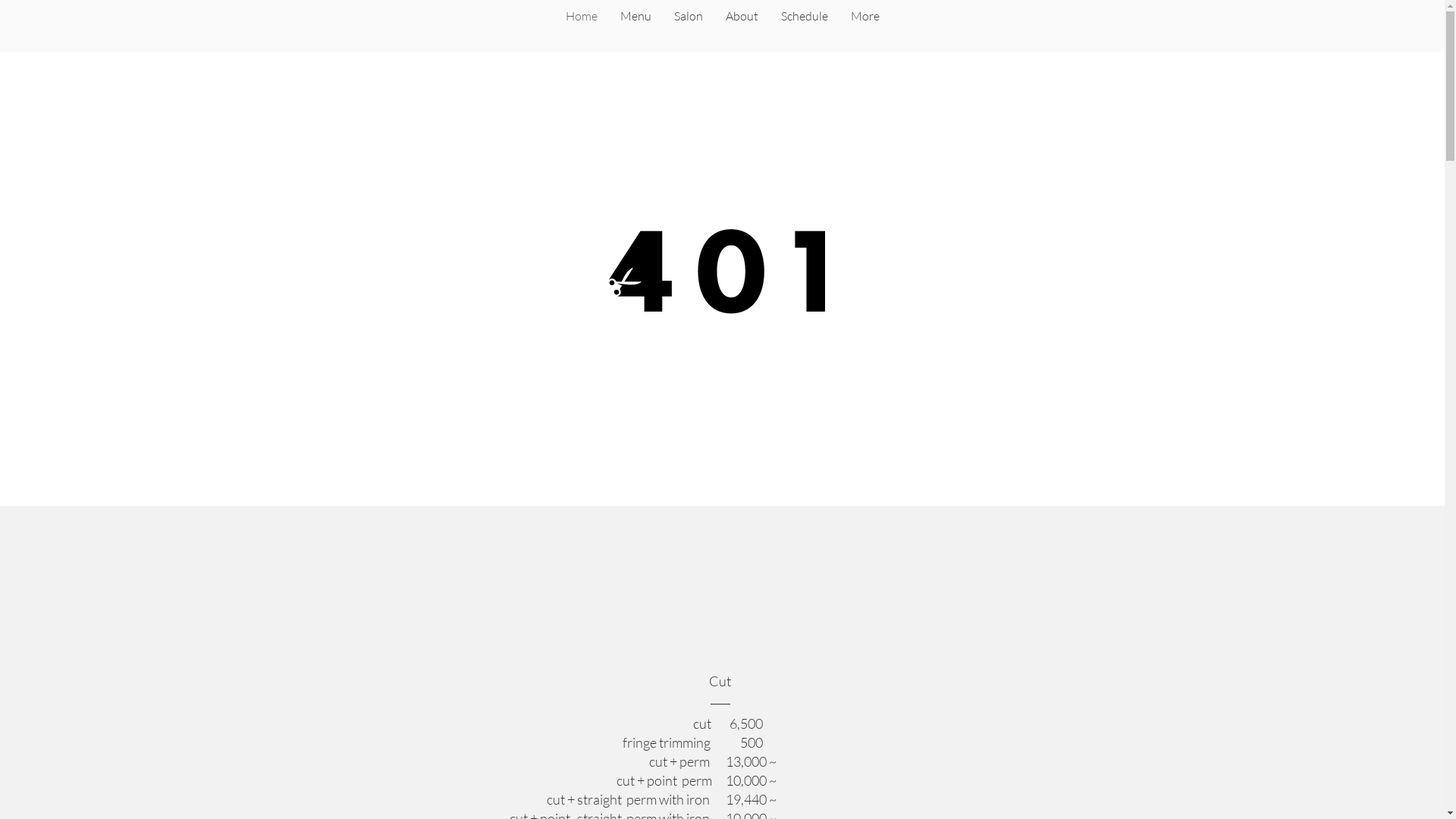  Describe the element at coordinates (687, 26) in the screenshot. I see `'Salon'` at that location.